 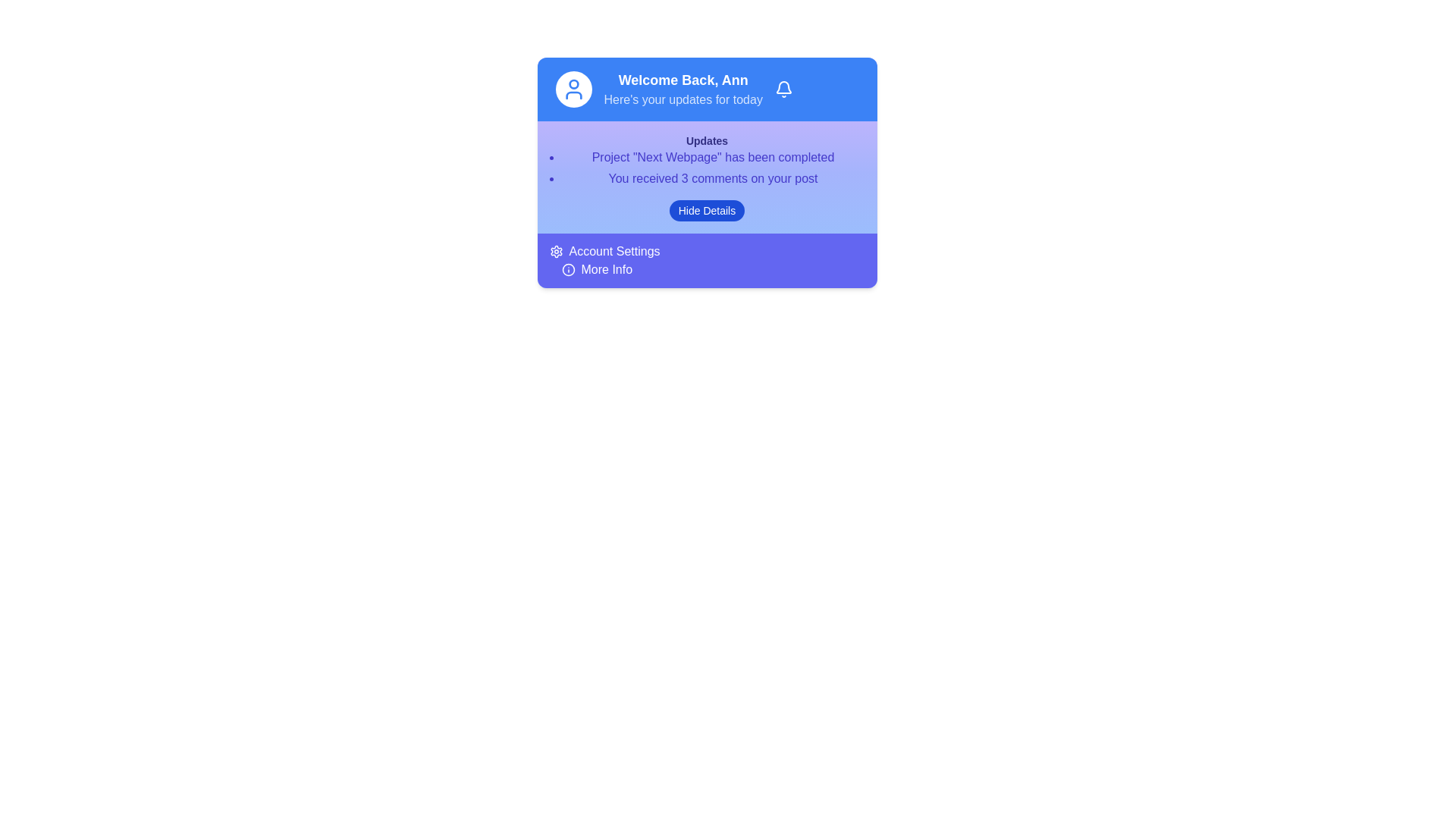 What do you see at coordinates (604, 250) in the screenshot?
I see `the 'Account Settings' button, which features a gear icon on the left and white text on a solid blue background` at bounding box center [604, 250].